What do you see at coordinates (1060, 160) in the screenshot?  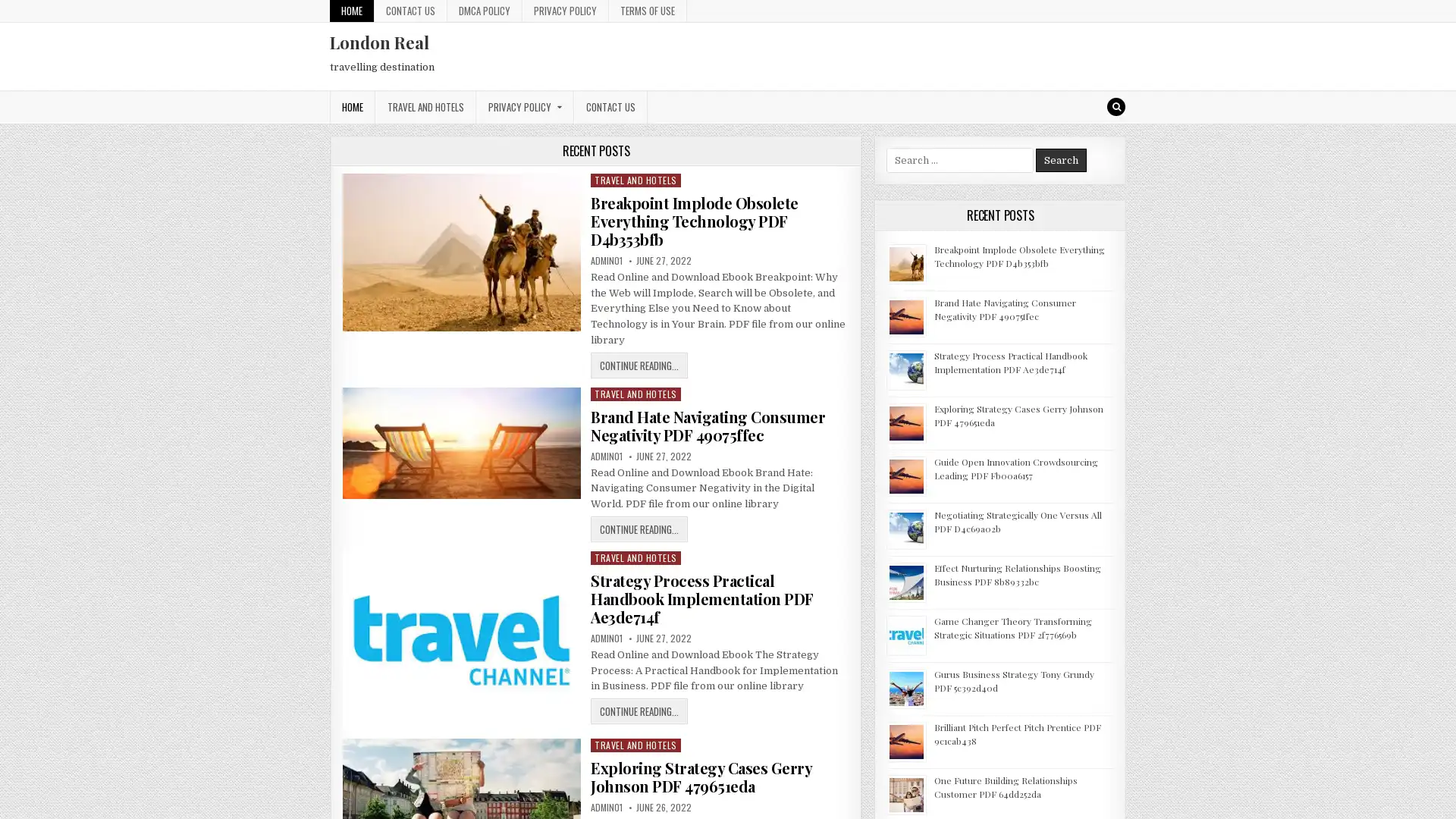 I see `Search` at bounding box center [1060, 160].